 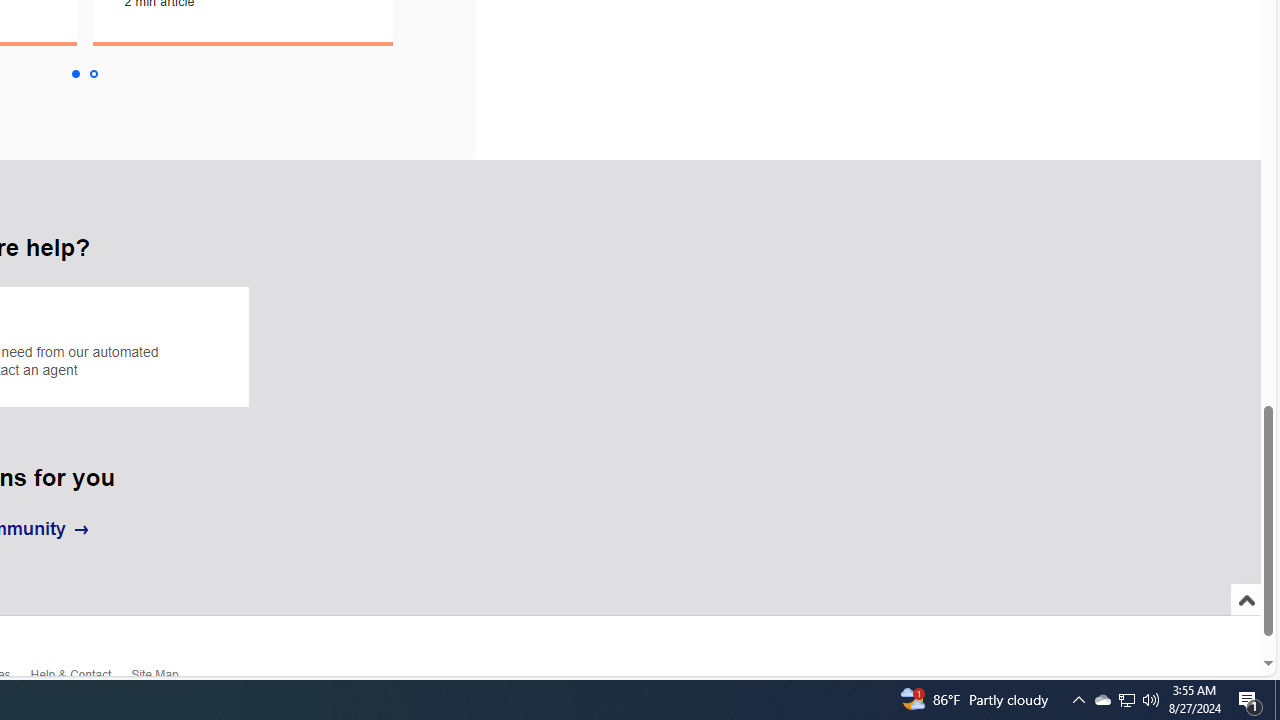 What do you see at coordinates (1245, 598) in the screenshot?
I see `'Scroll to top'` at bounding box center [1245, 598].